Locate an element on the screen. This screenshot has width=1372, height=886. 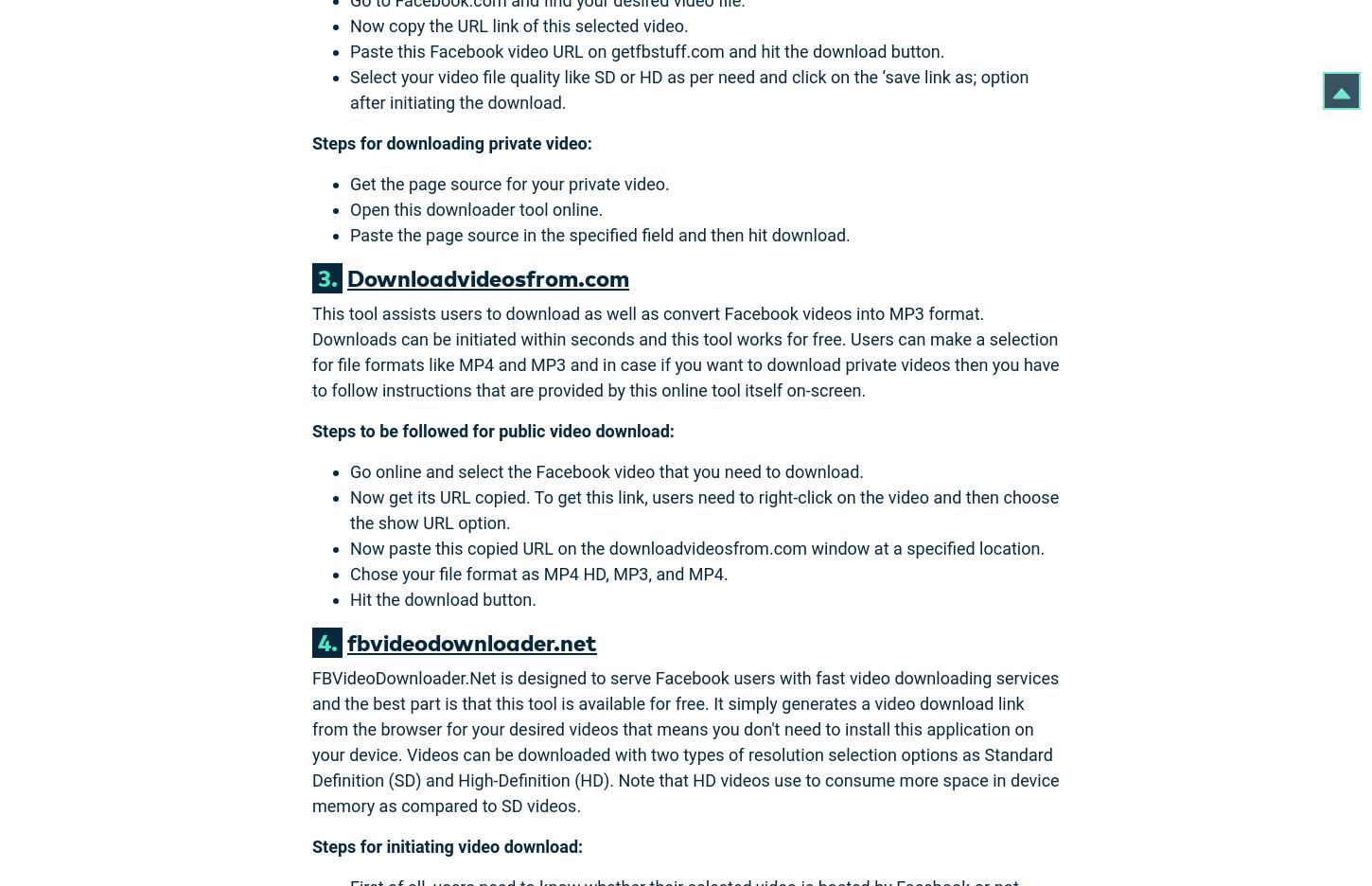
'This tool assists users to download as well as convert Facebook videos into MP3 format. Downloads can be initiated within seconds and this tool works for free. Users can make a selection for file formats like MP4 and MP3 and in case if you want to download private videos then you have to follow instructions that are provided by this online tool itself on-screen.' is located at coordinates (312, 351).